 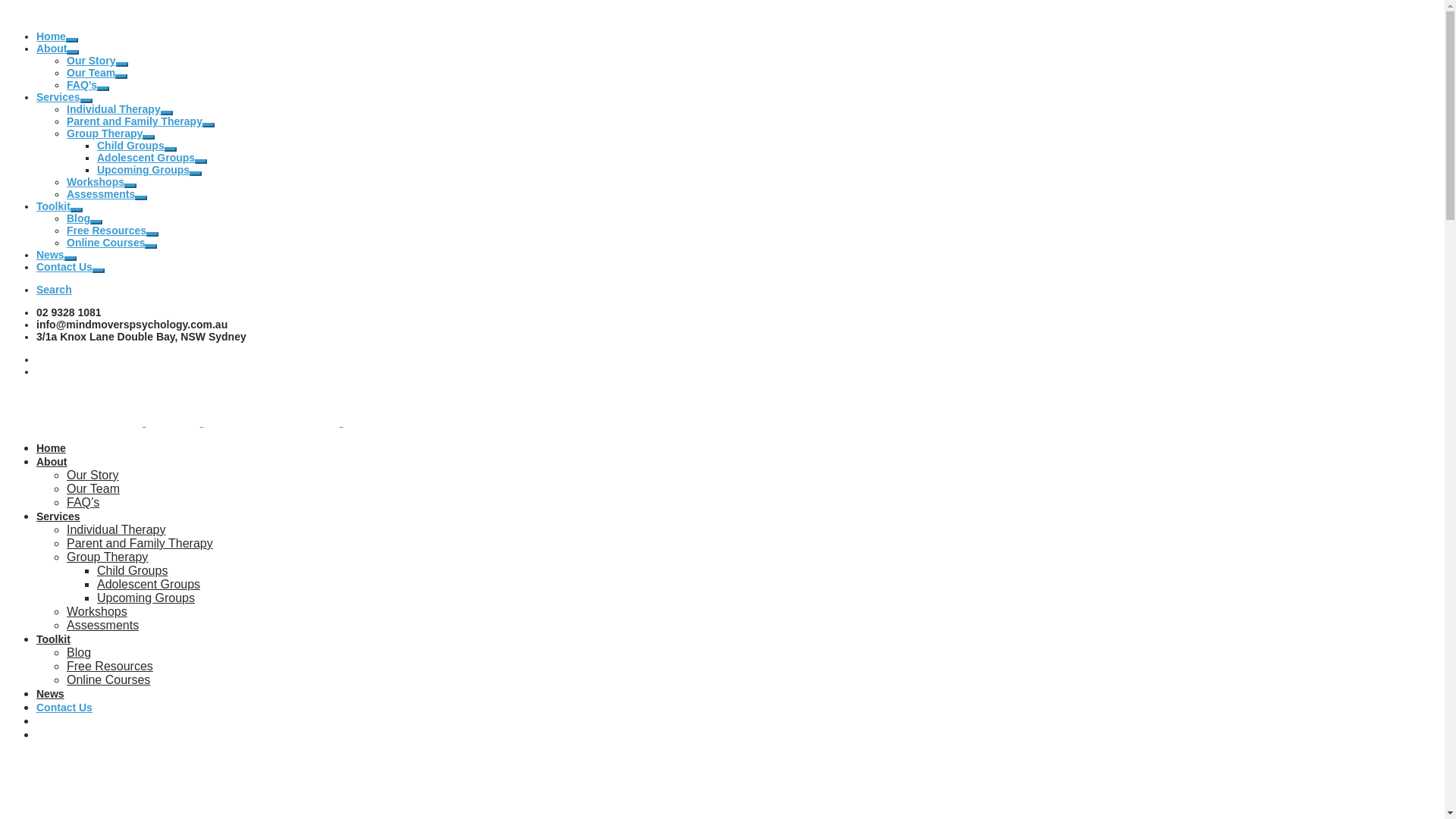 I want to click on 'Parent and Family Therapy', so click(x=140, y=542).